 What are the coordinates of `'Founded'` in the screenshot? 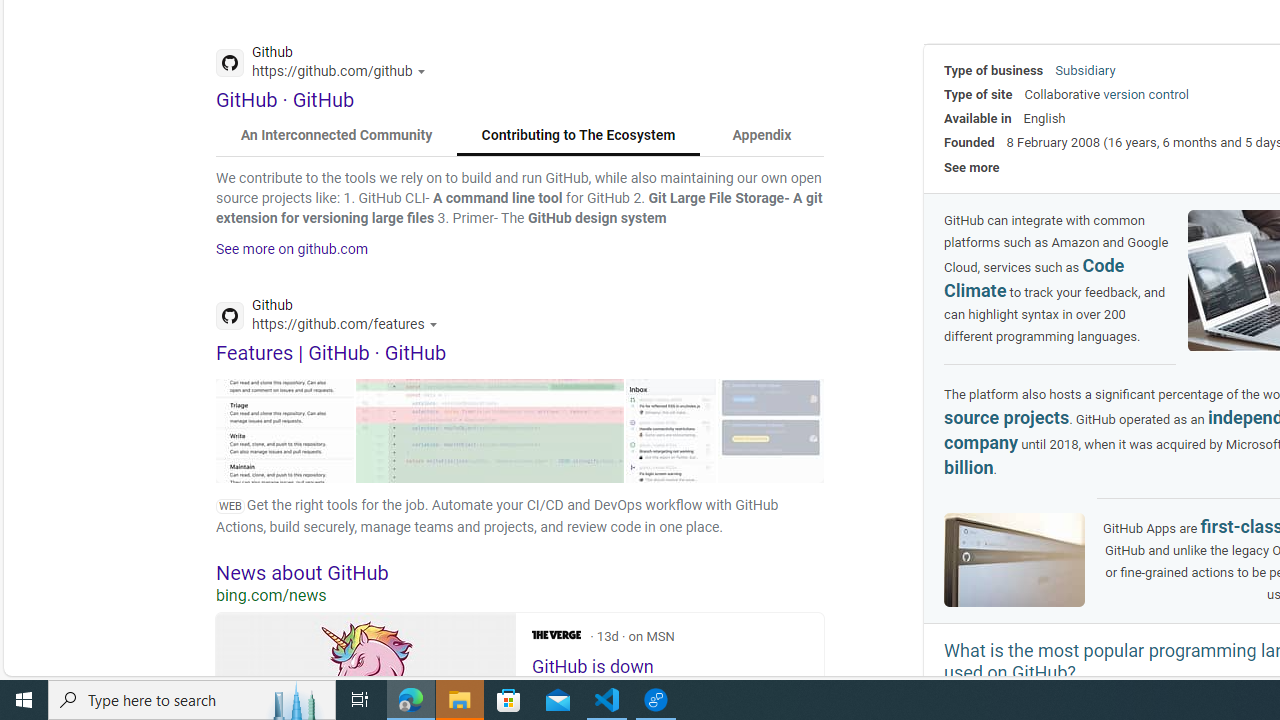 It's located at (969, 141).